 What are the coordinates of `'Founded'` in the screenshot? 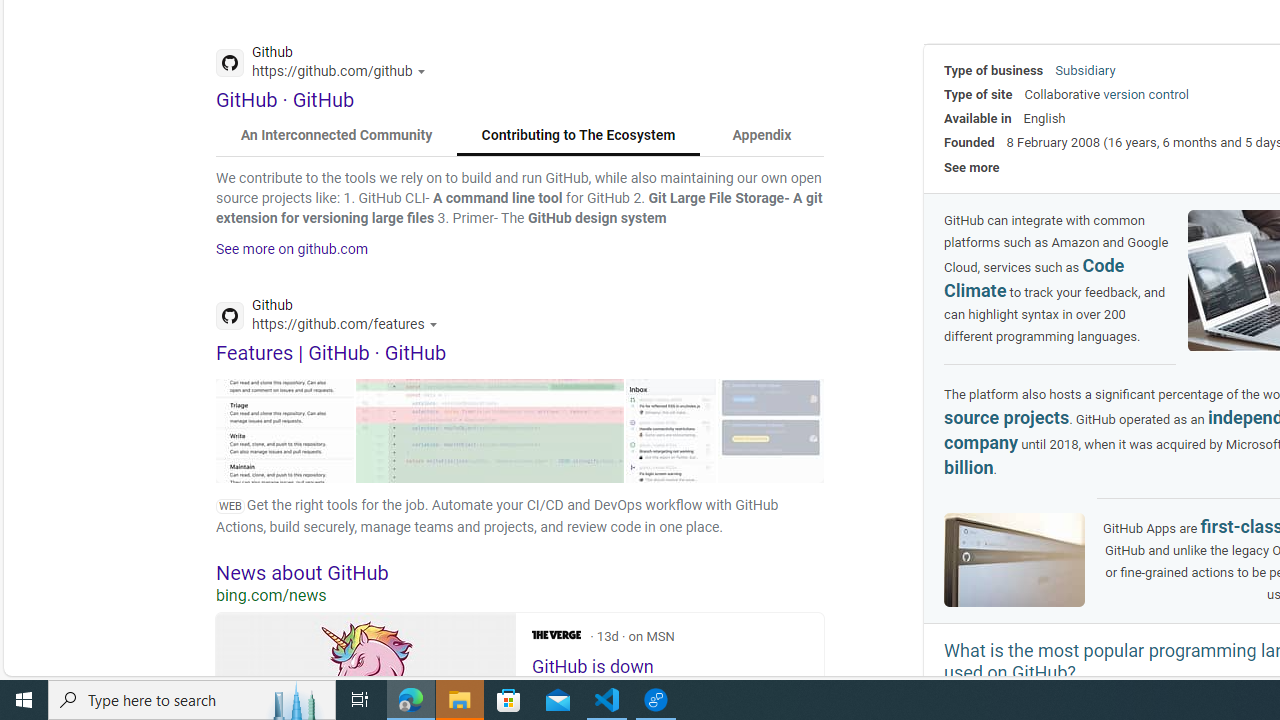 It's located at (969, 141).